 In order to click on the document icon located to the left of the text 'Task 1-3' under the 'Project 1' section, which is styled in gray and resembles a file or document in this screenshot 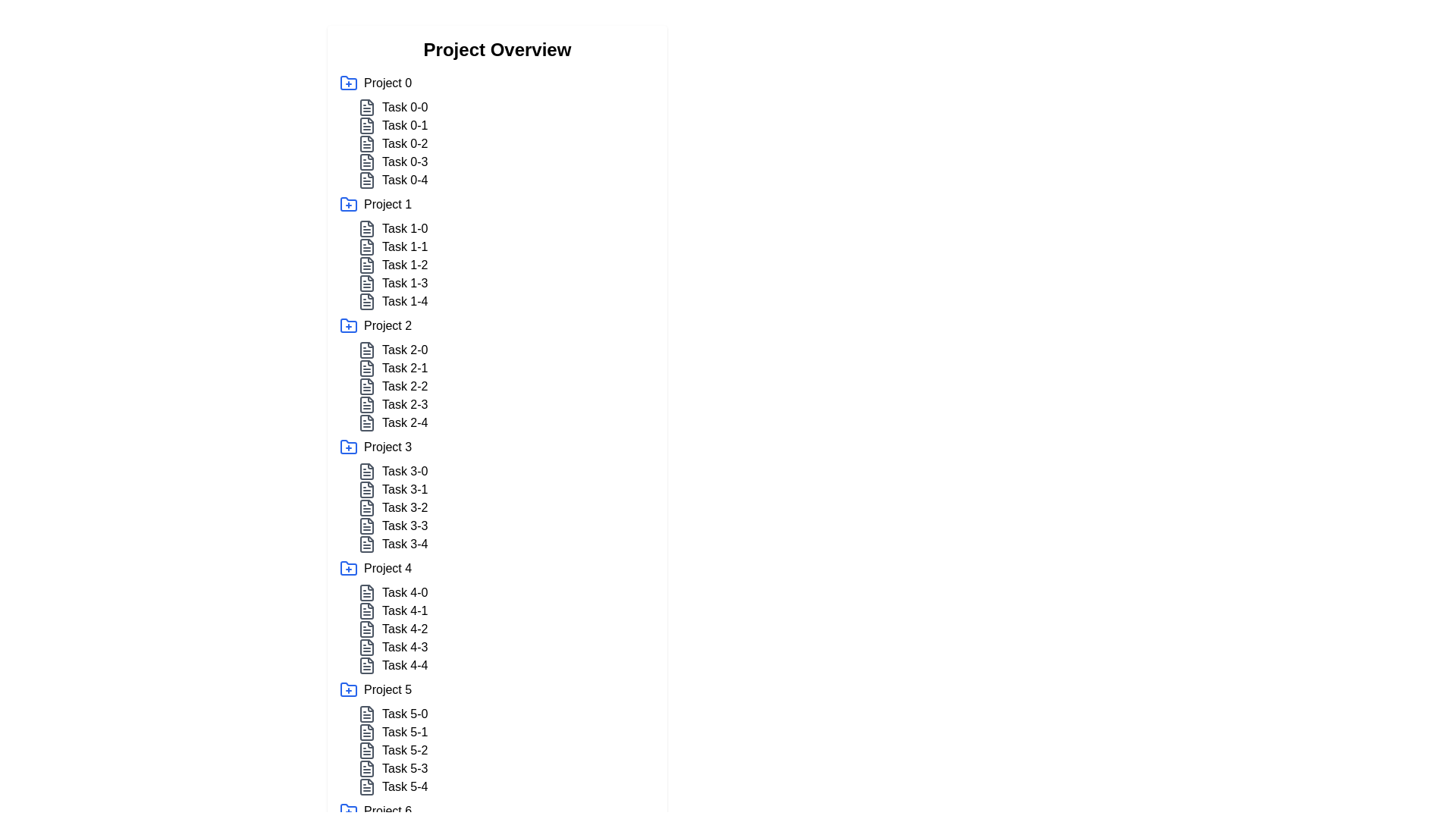, I will do `click(367, 284)`.